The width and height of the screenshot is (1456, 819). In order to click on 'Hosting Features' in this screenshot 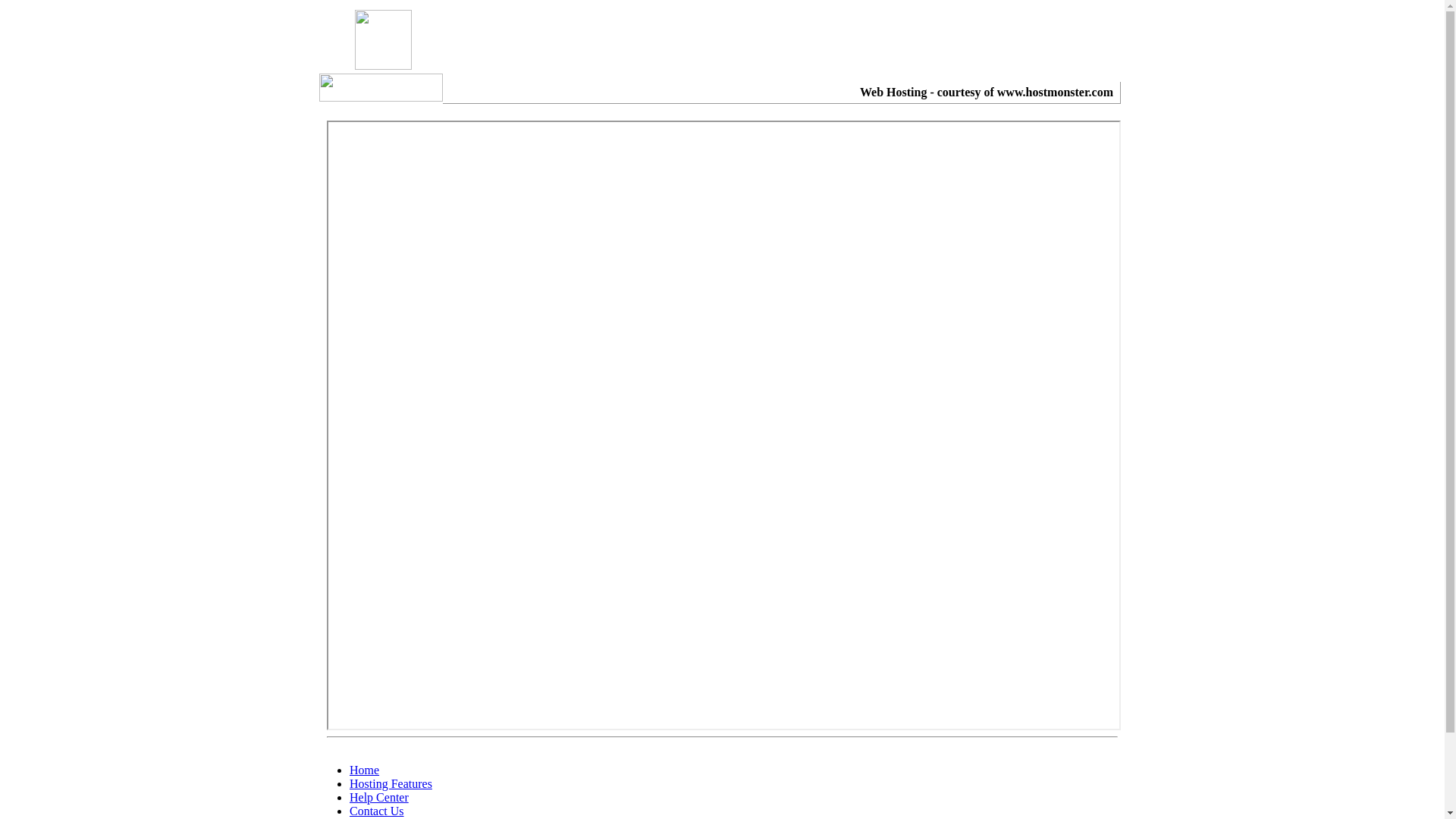, I will do `click(391, 783)`.